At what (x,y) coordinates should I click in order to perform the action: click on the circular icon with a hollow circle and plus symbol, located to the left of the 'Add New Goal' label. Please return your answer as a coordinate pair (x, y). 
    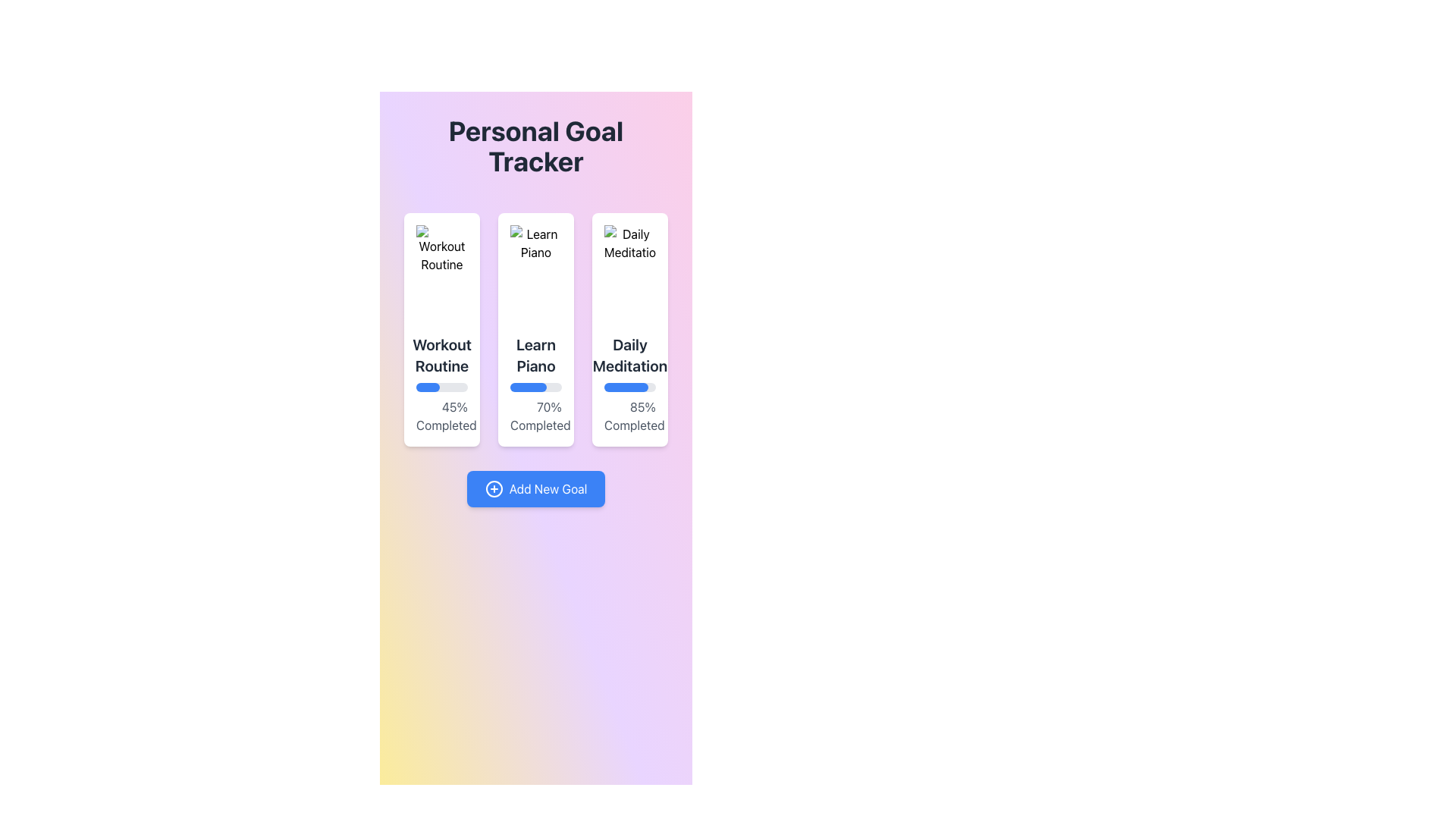
    Looking at the image, I should click on (494, 488).